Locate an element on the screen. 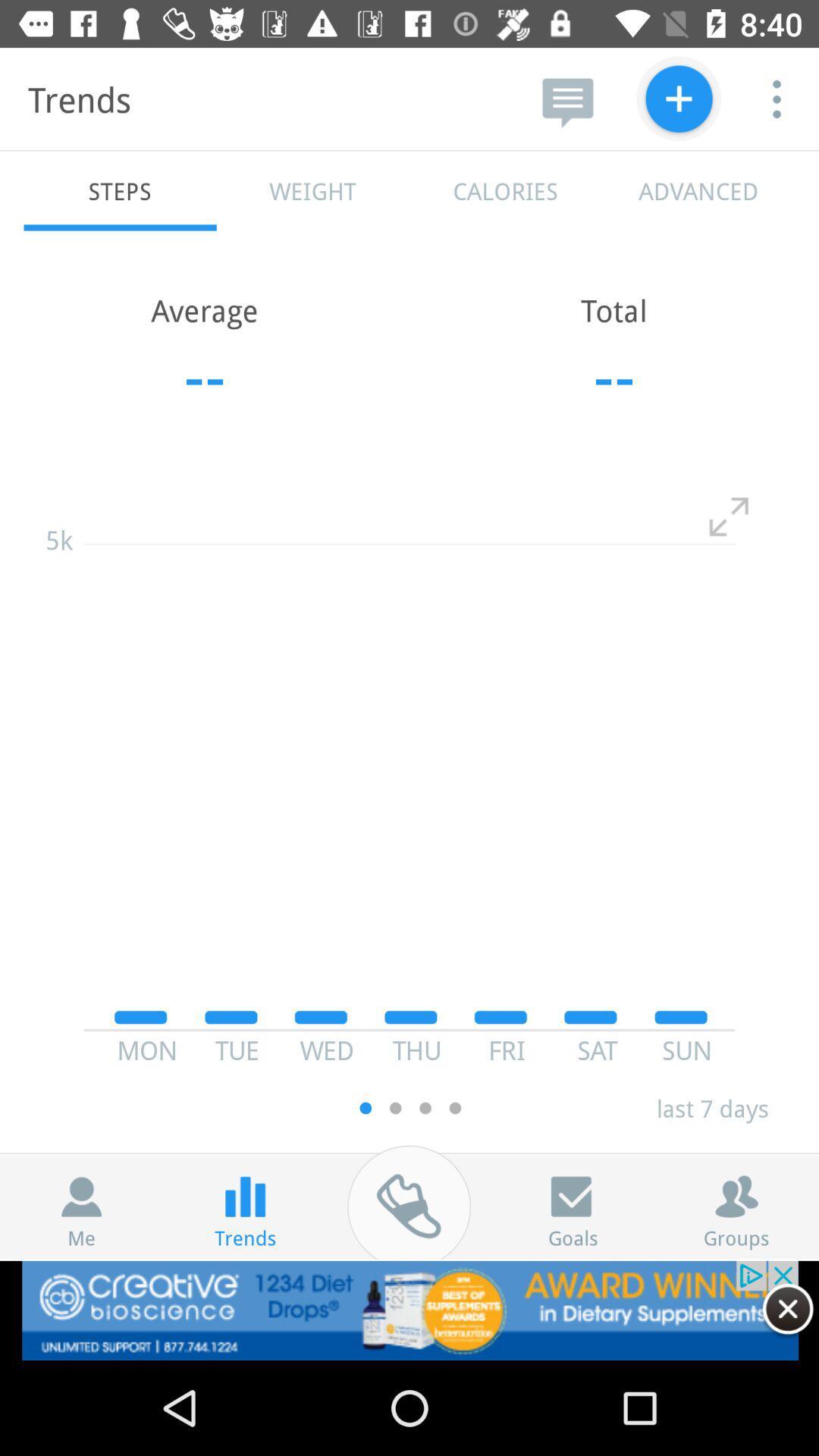 This screenshot has width=819, height=1456. the close icon is located at coordinates (787, 1308).